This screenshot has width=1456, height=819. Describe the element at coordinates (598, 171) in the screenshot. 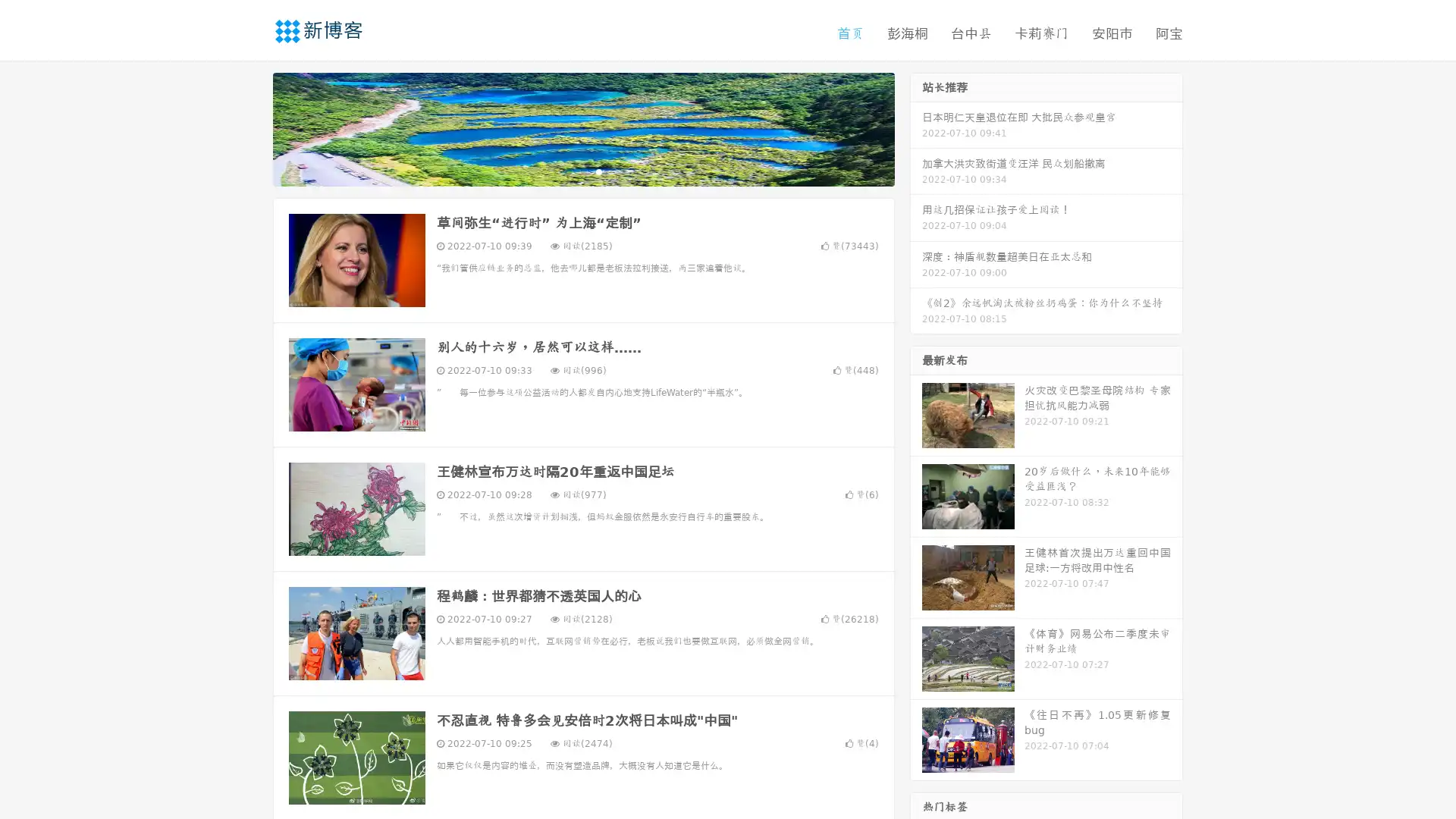

I see `Go to slide 3` at that location.